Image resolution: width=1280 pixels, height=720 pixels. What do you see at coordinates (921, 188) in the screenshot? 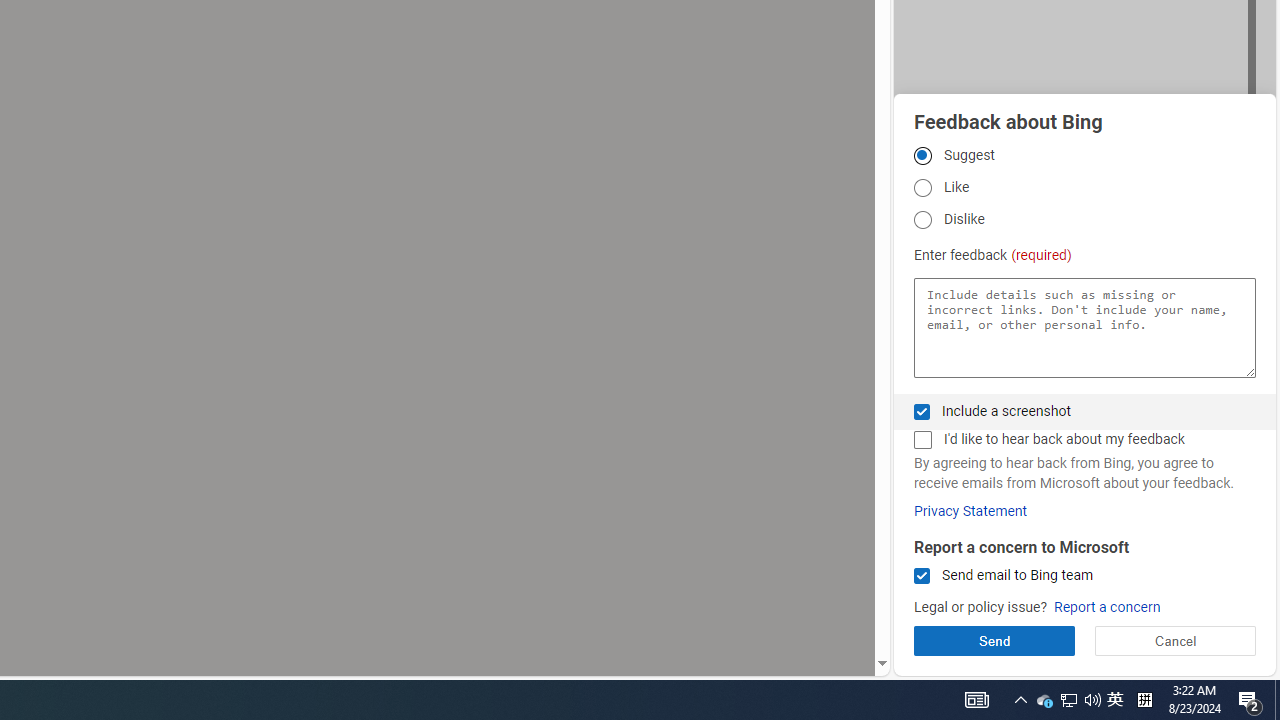
I see `'Like'` at bounding box center [921, 188].